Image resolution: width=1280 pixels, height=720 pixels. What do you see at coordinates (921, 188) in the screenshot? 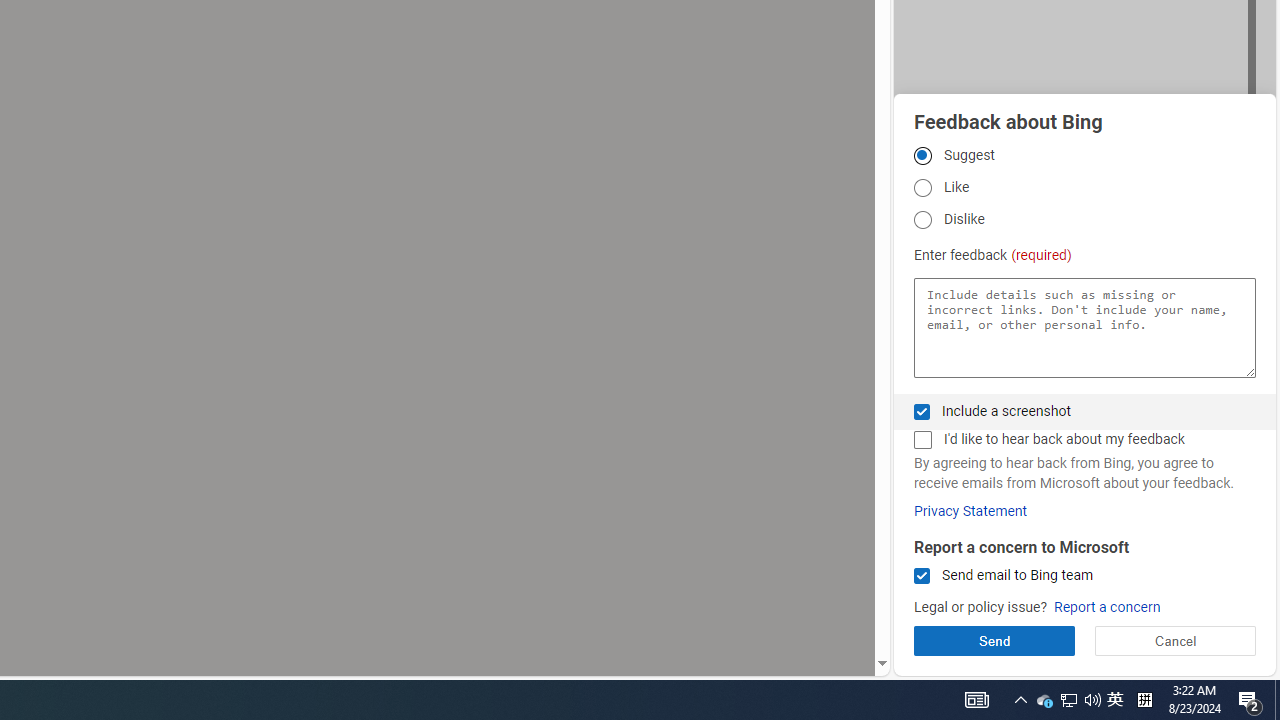
I see `'Like'` at bounding box center [921, 188].